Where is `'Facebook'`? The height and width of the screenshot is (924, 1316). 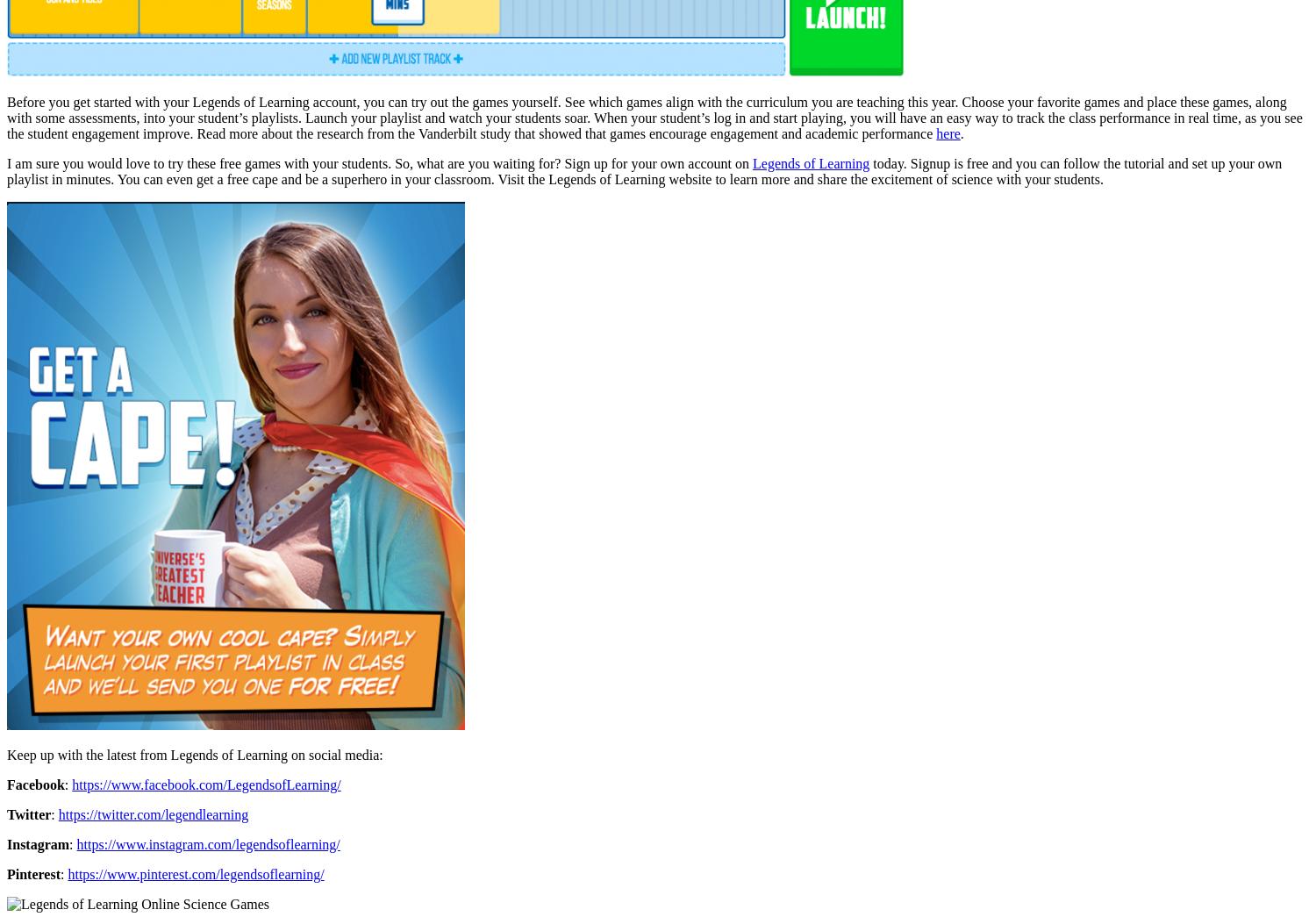 'Facebook' is located at coordinates (35, 784).